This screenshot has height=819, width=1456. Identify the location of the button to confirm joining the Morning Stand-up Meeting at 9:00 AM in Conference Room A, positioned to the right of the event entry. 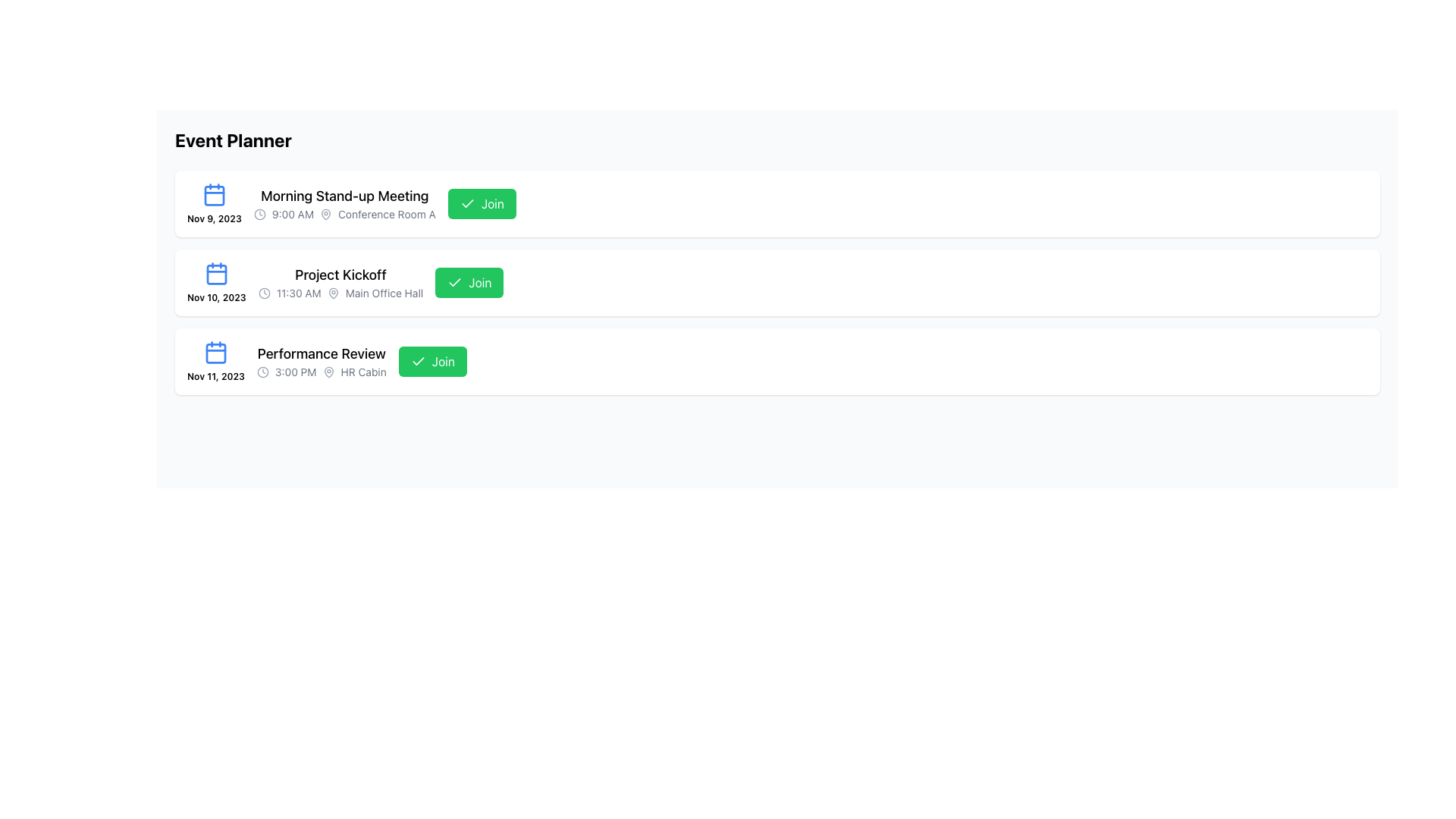
(481, 203).